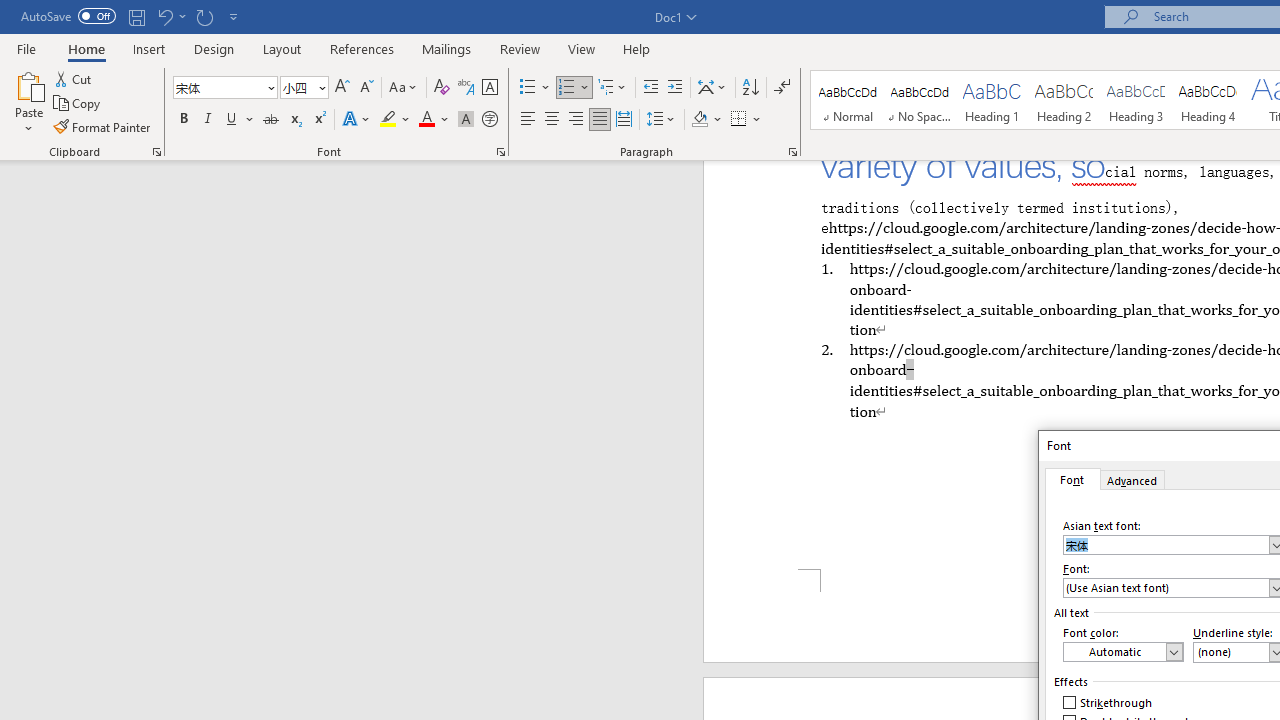 This screenshot has height=720, width=1280. What do you see at coordinates (552, 119) in the screenshot?
I see `'Center'` at bounding box center [552, 119].